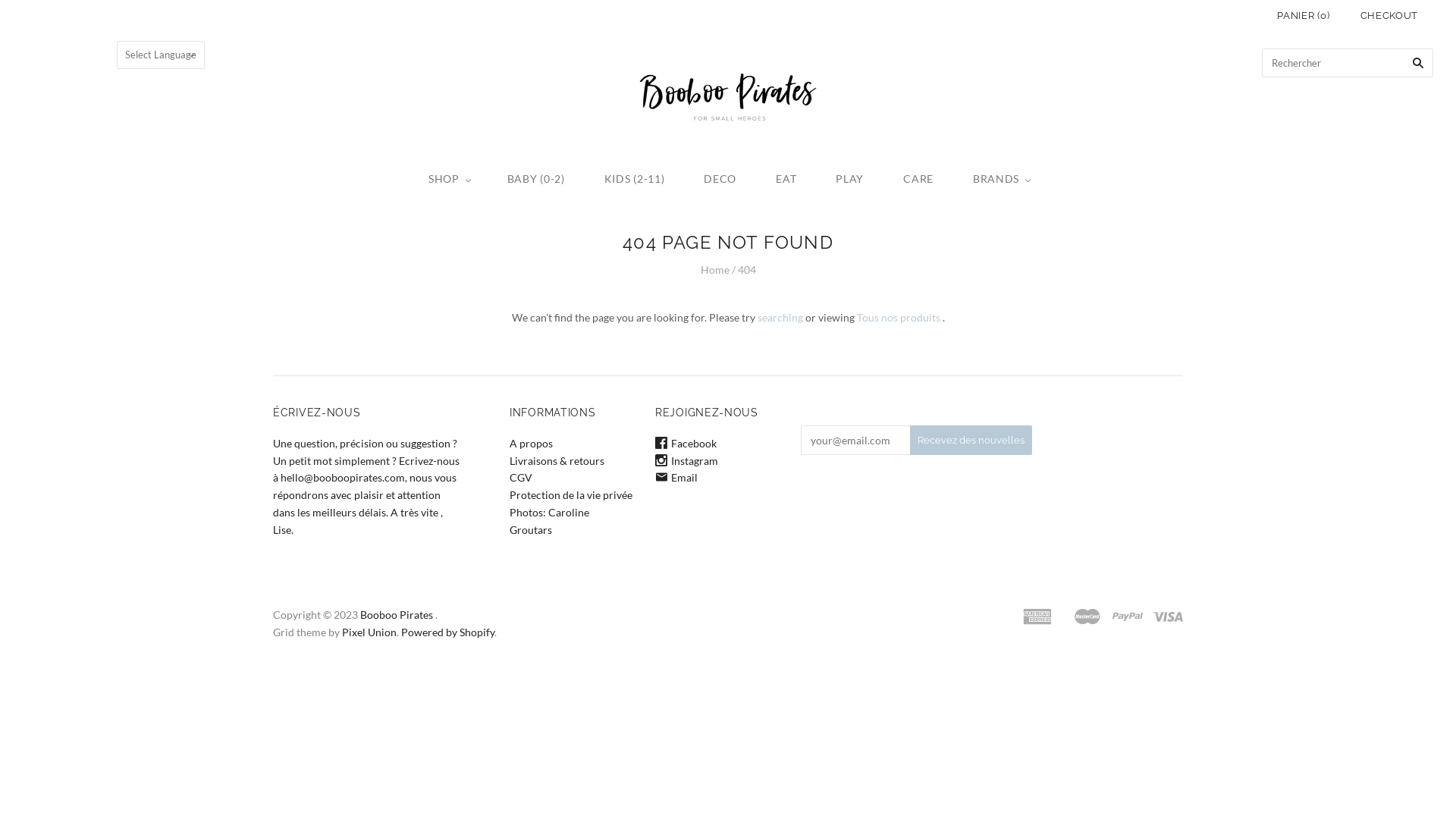 The image size is (1456, 819). I want to click on 'Tous nos produits', so click(899, 316).